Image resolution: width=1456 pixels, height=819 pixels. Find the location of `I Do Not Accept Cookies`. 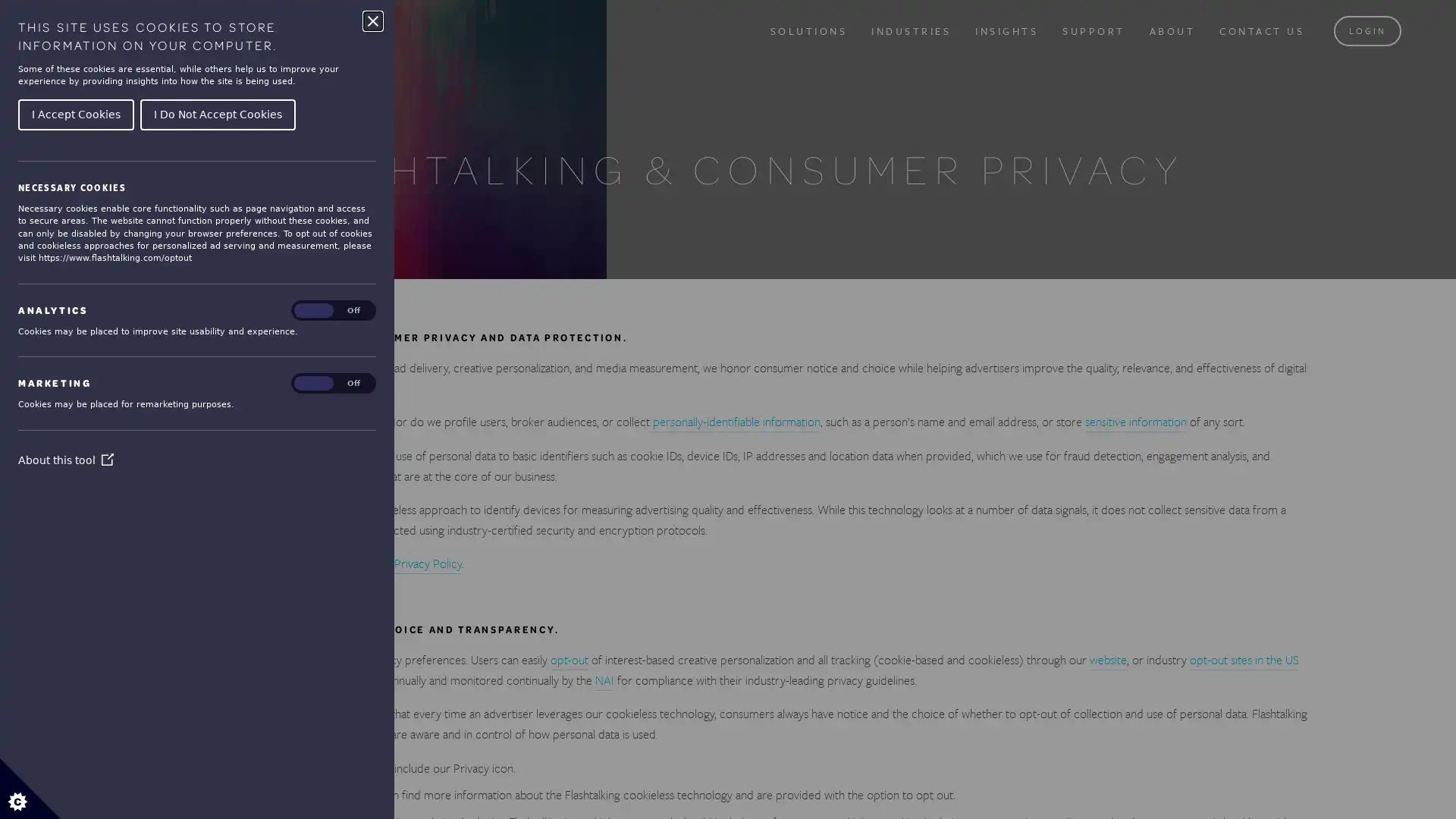

I Do Not Accept Cookies is located at coordinates (217, 113).